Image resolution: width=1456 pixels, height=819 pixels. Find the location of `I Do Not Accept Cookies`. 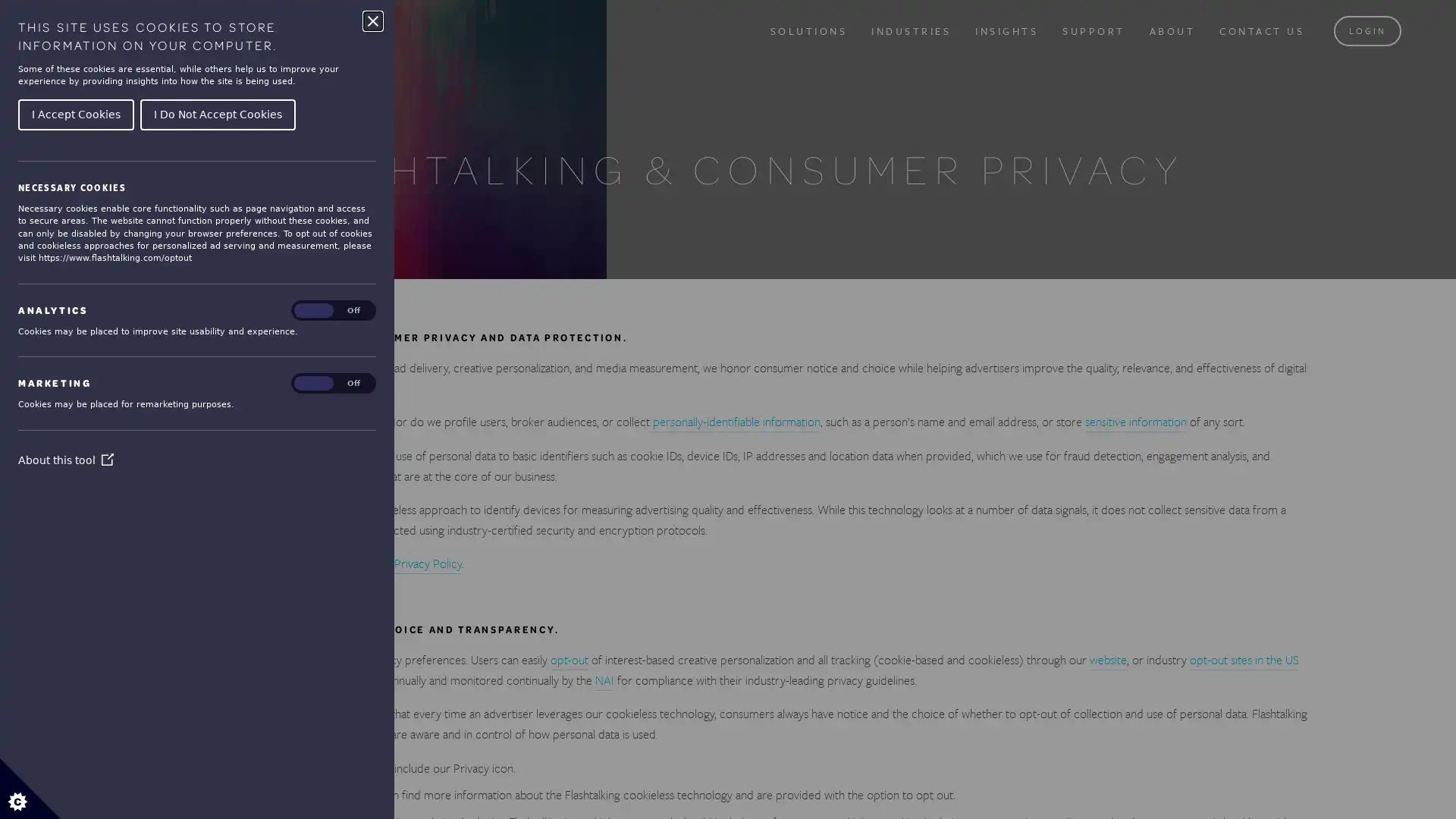

I Do Not Accept Cookies is located at coordinates (217, 113).